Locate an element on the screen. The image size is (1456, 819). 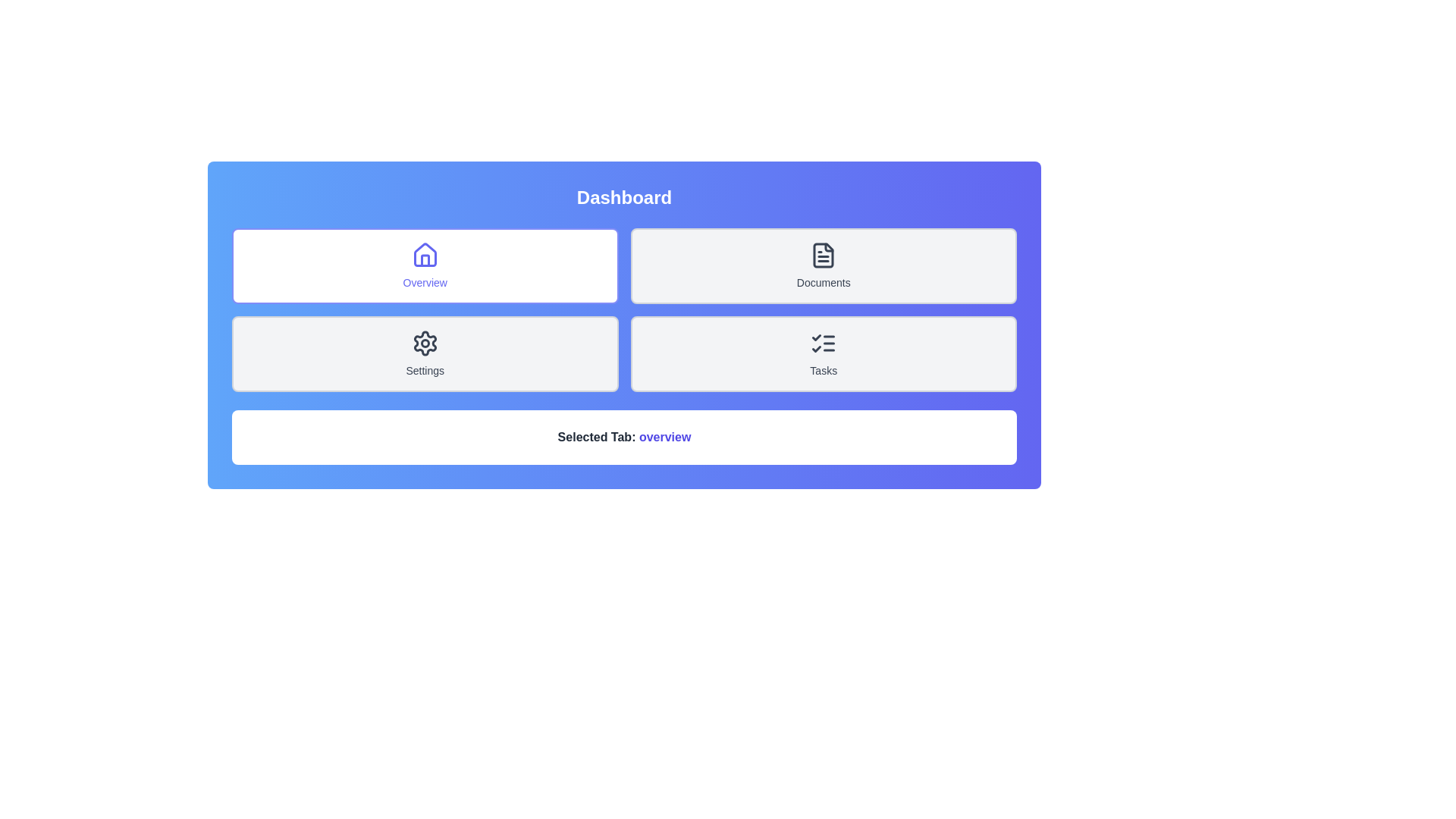
the 'Overview' button, which is a rectangular button with a white background, indigo text and border, and an icon of a house above the label, located in the top-left section of a grid layout is located at coordinates (425, 265).